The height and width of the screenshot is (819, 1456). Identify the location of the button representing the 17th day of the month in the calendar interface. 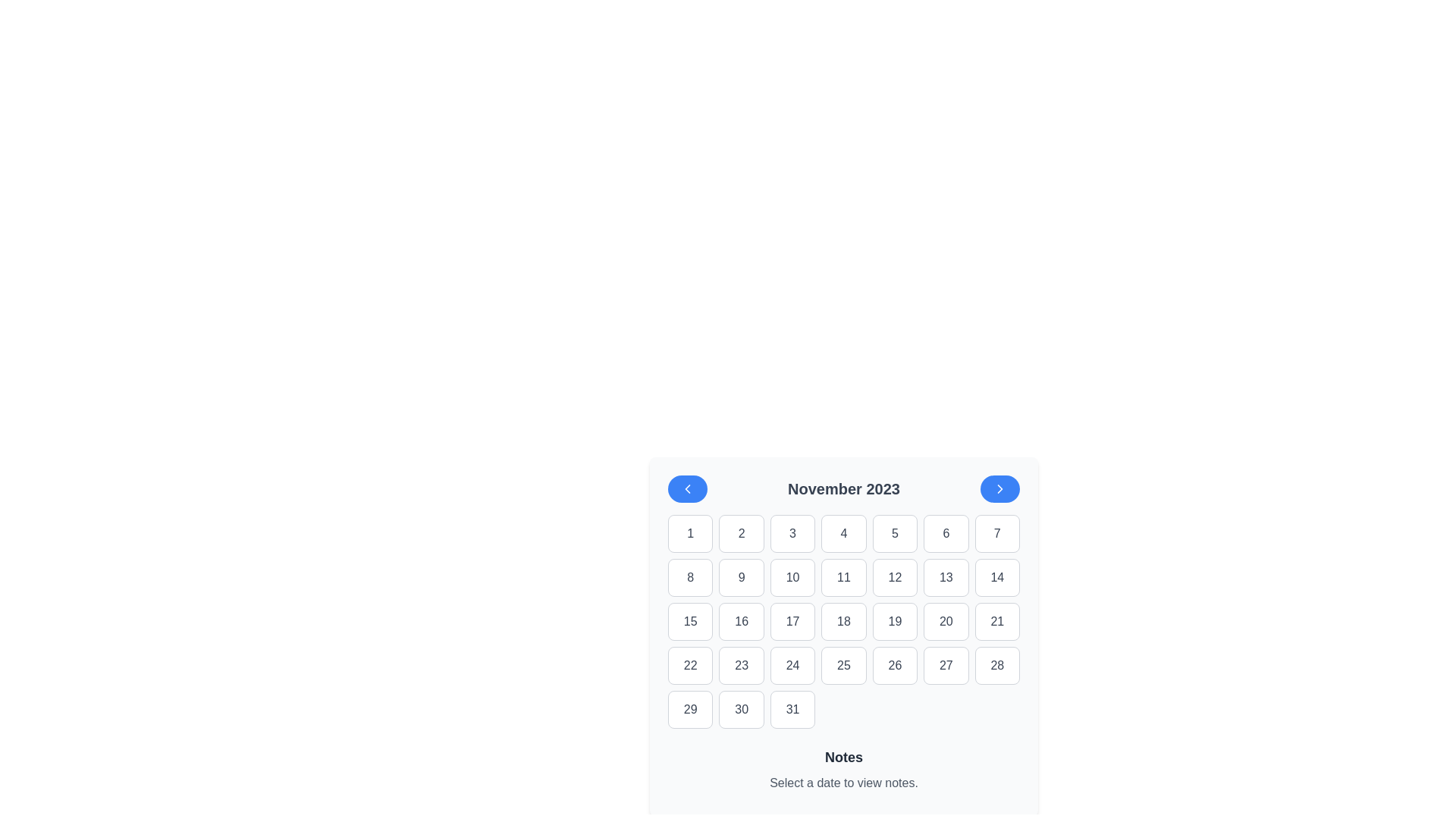
(792, 622).